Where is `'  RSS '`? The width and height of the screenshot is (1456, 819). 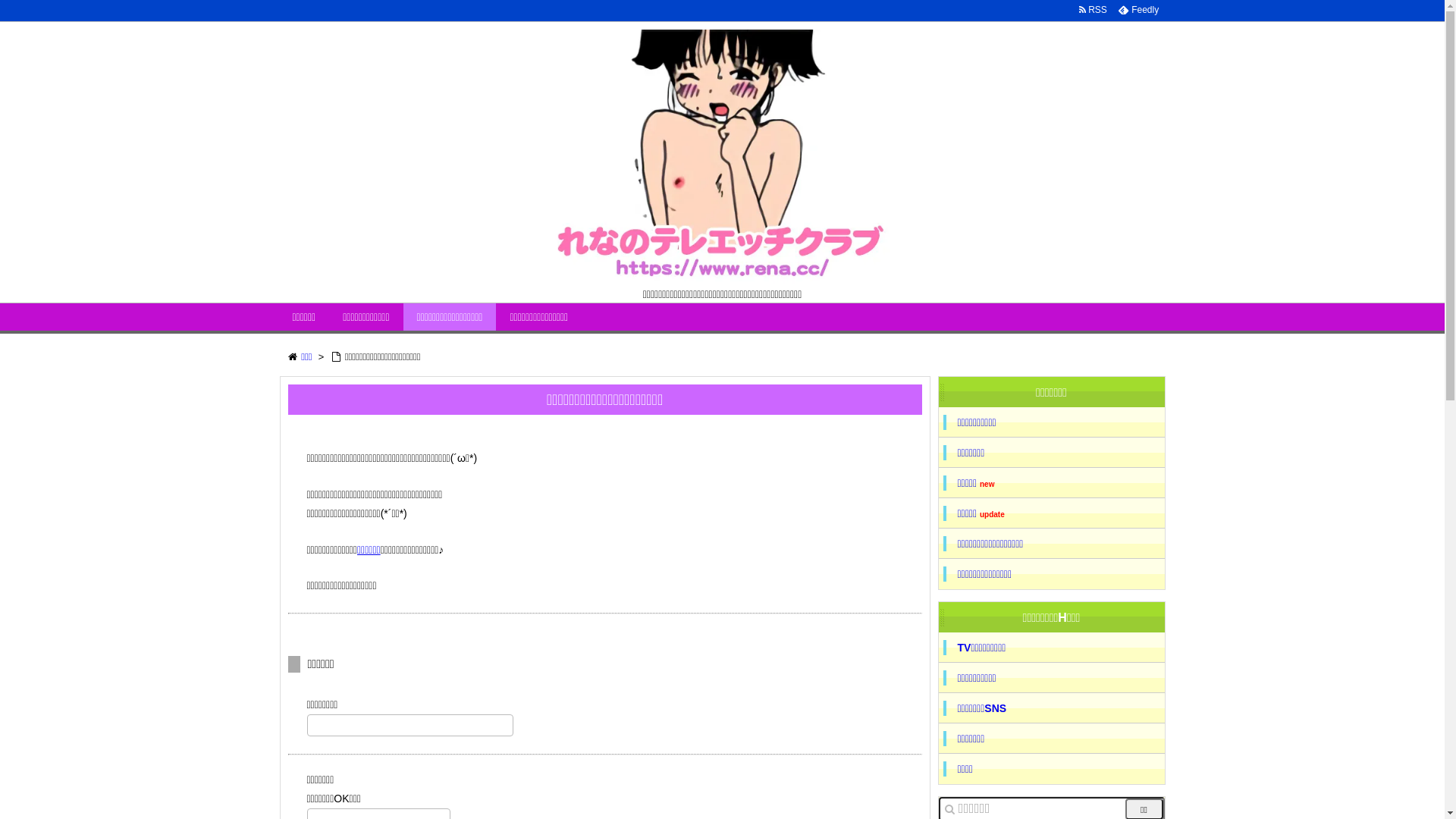
'  RSS ' is located at coordinates (1092, 9).